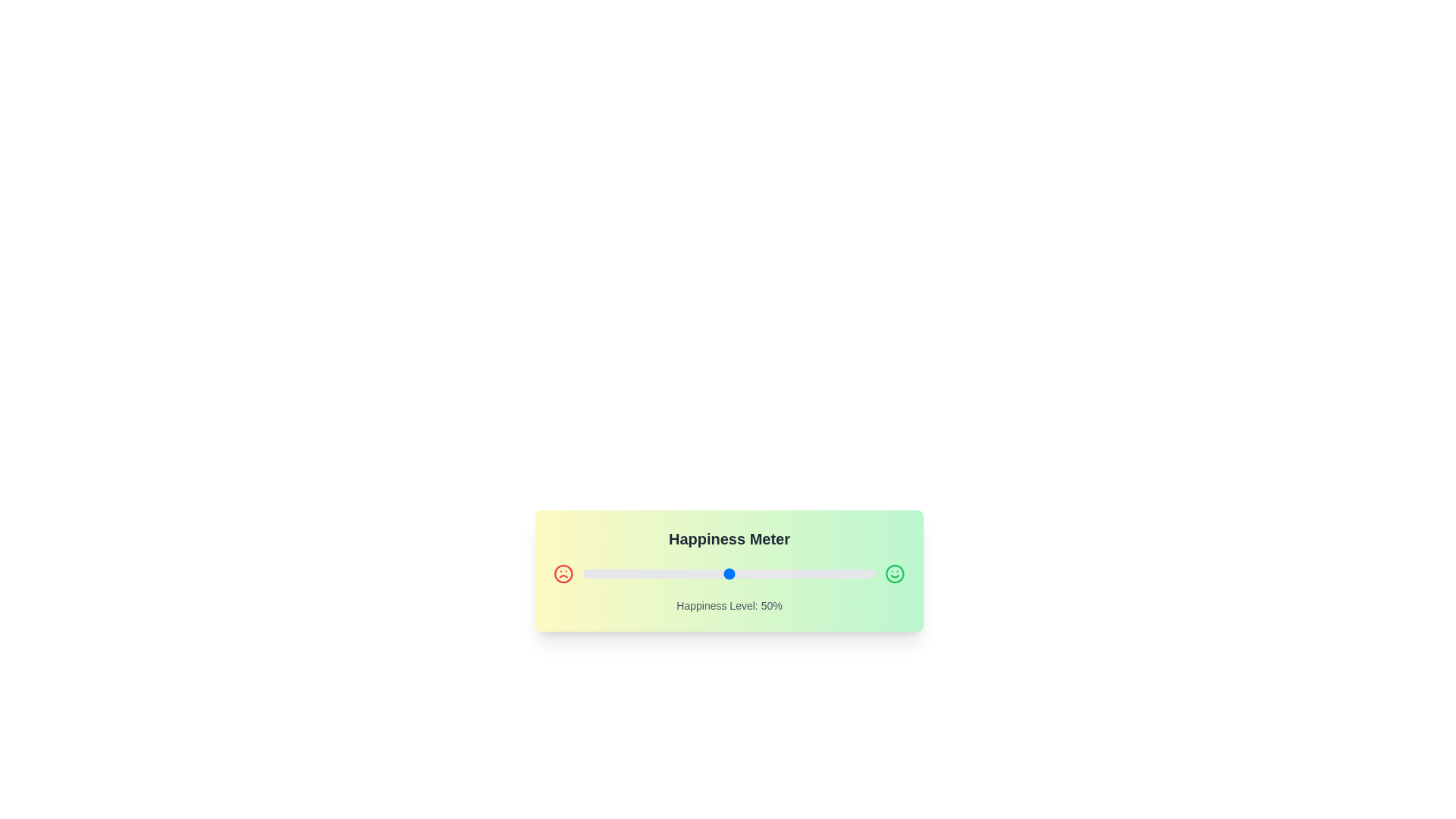  What do you see at coordinates (591, 573) in the screenshot?
I see `the slider to set the happiness level to 3%` at bounding box center [591, 573].